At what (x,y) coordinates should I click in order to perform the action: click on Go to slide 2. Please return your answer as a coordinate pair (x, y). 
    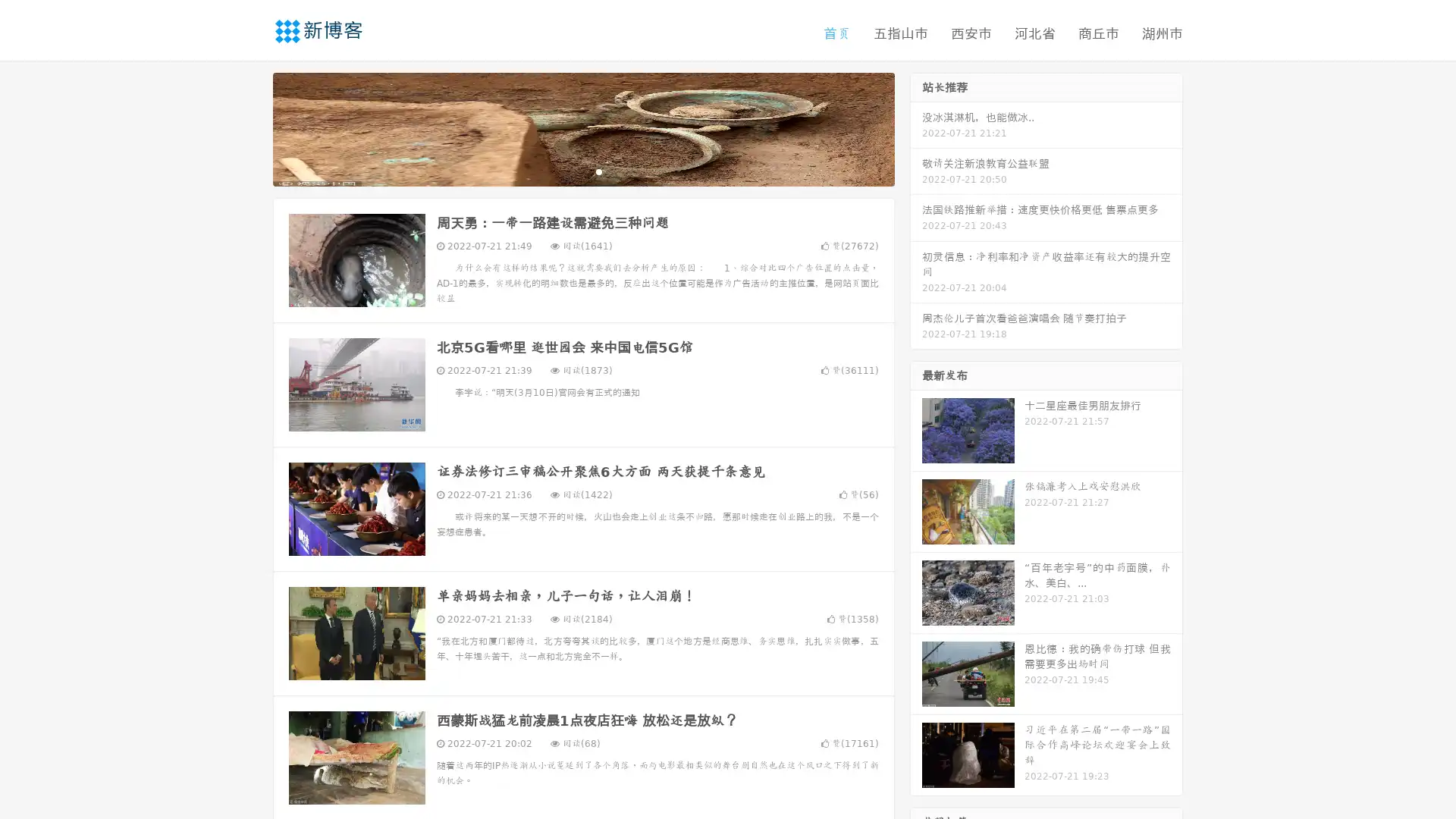
    Looking at the image, I should click on (582, 171).